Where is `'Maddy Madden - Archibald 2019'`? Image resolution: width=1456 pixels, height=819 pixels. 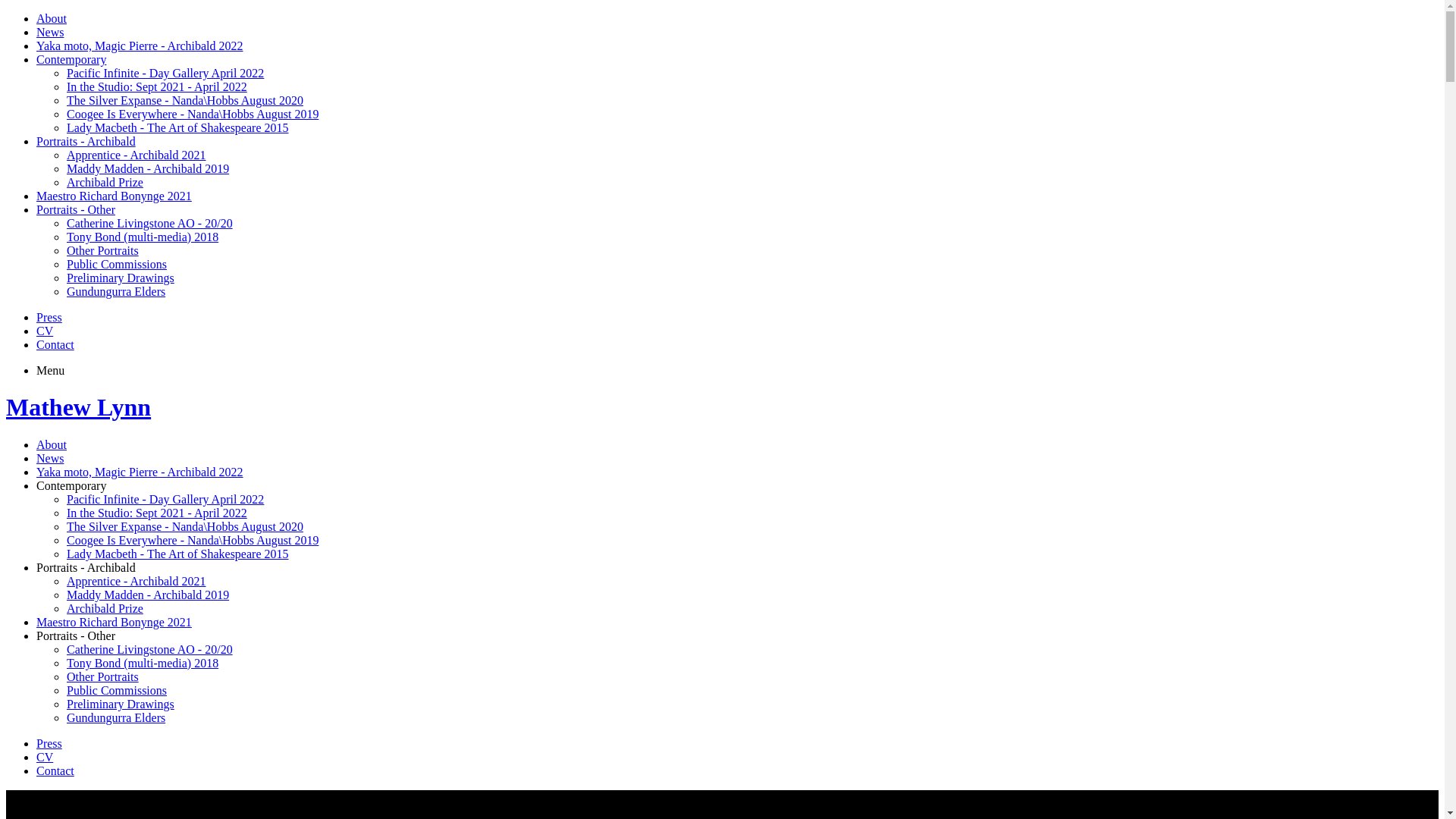
'Maddy Madden - Archibald 2019' is located at coordinates (65, 168).